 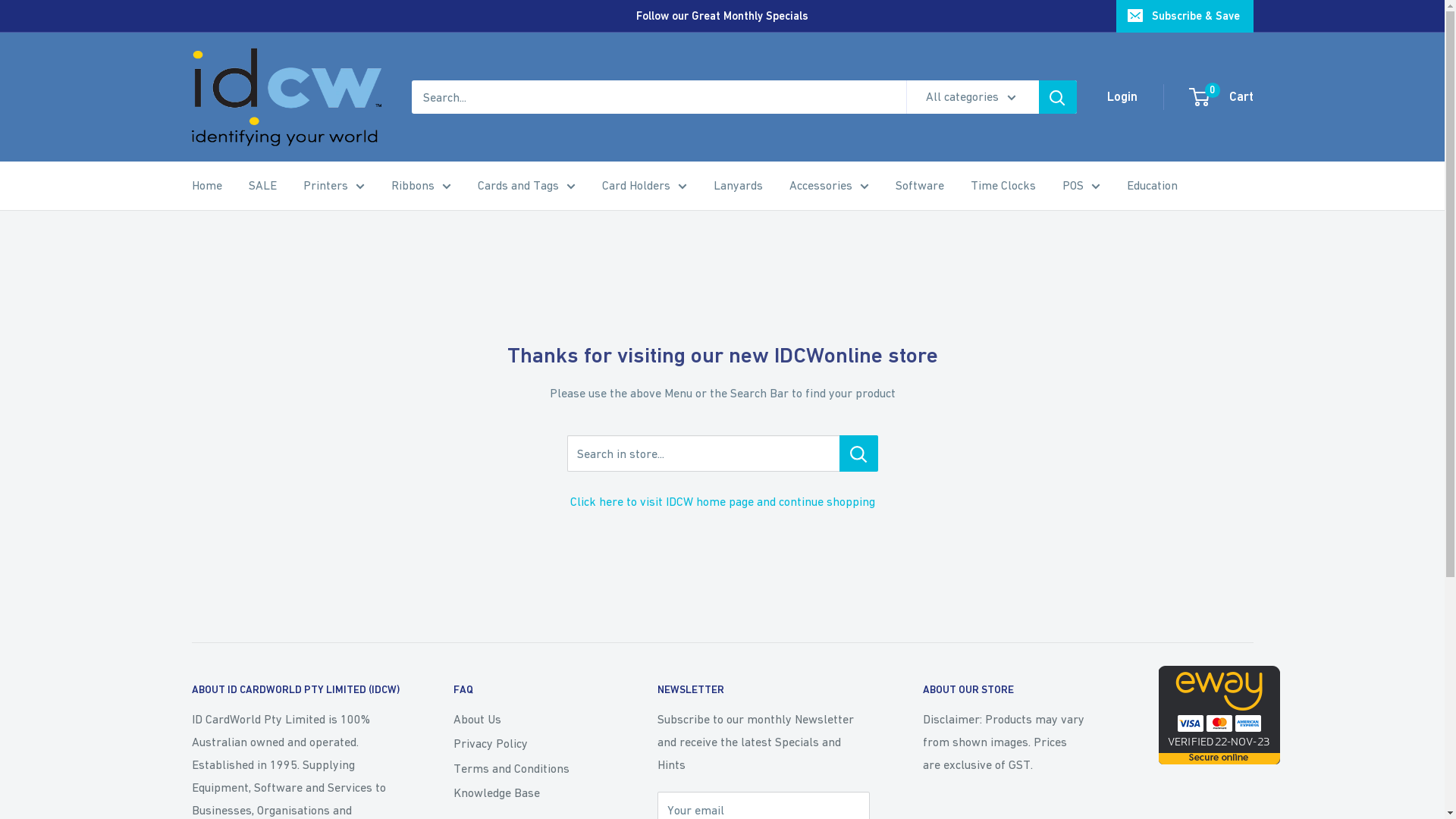 I want to click on 'Privacy Policy', so click(x=529, y=742).